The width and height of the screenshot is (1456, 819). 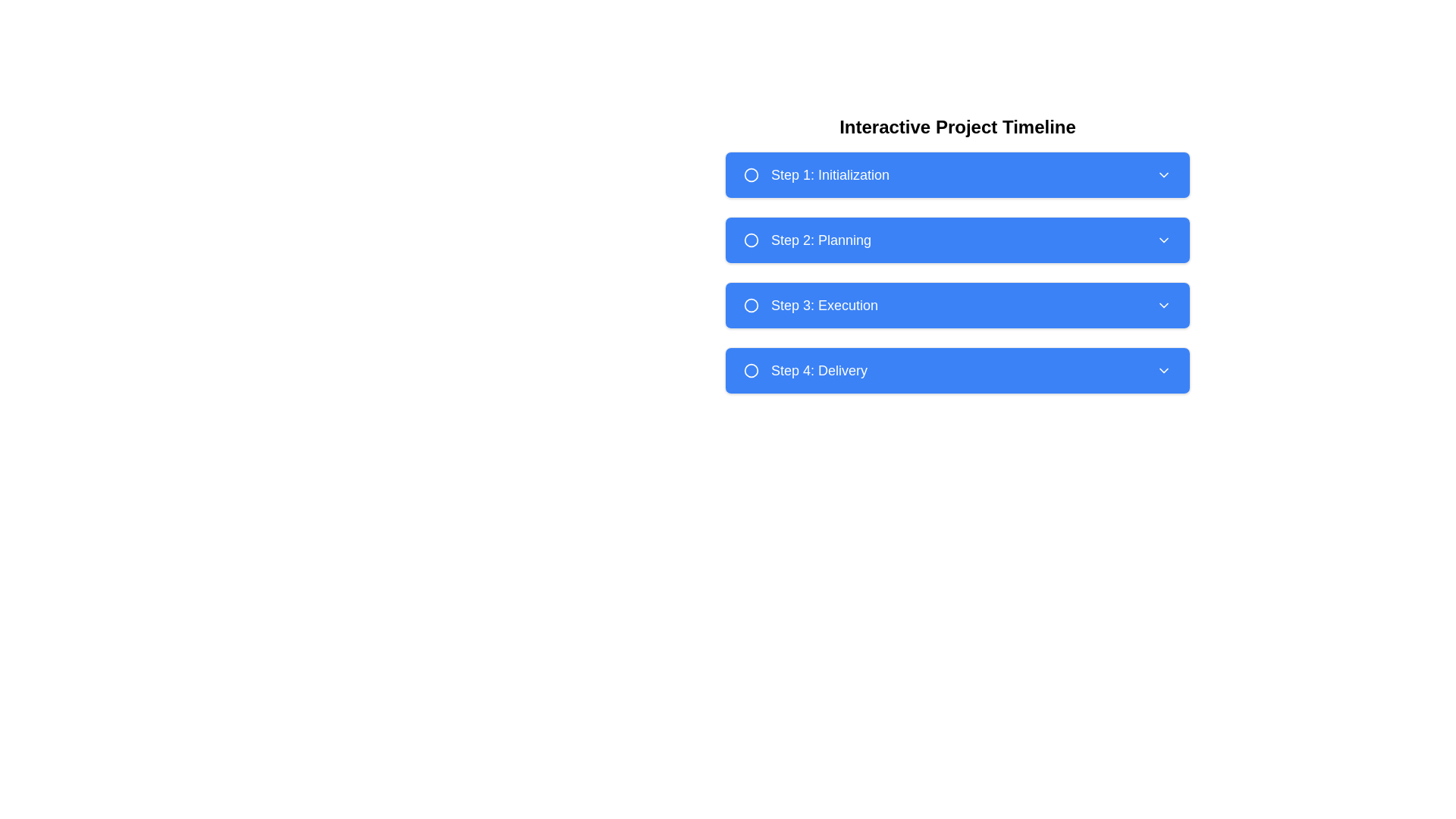 I want to click on the downward pointing chevron-shaped arrow icon, which is white against a blue background, located at the rightmost end of the 'Step 1: Initialization' section, so click(x=1163, y=174).